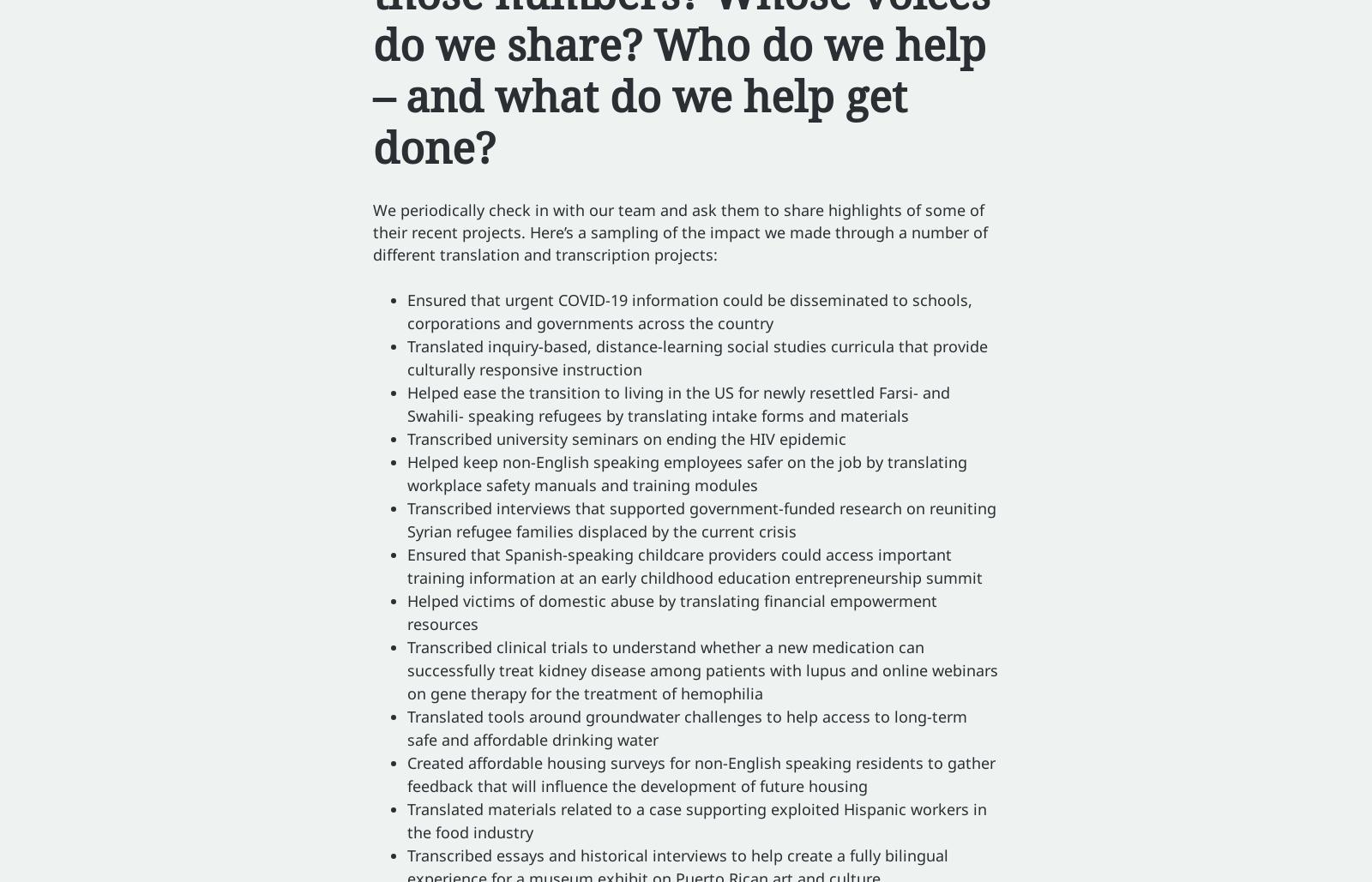  What do you see at coordinates (701, 681) in the screenshot?
I see `'online webinars on gene therapy for the treatment of hemophilia'` at bounding box center [701, 681].